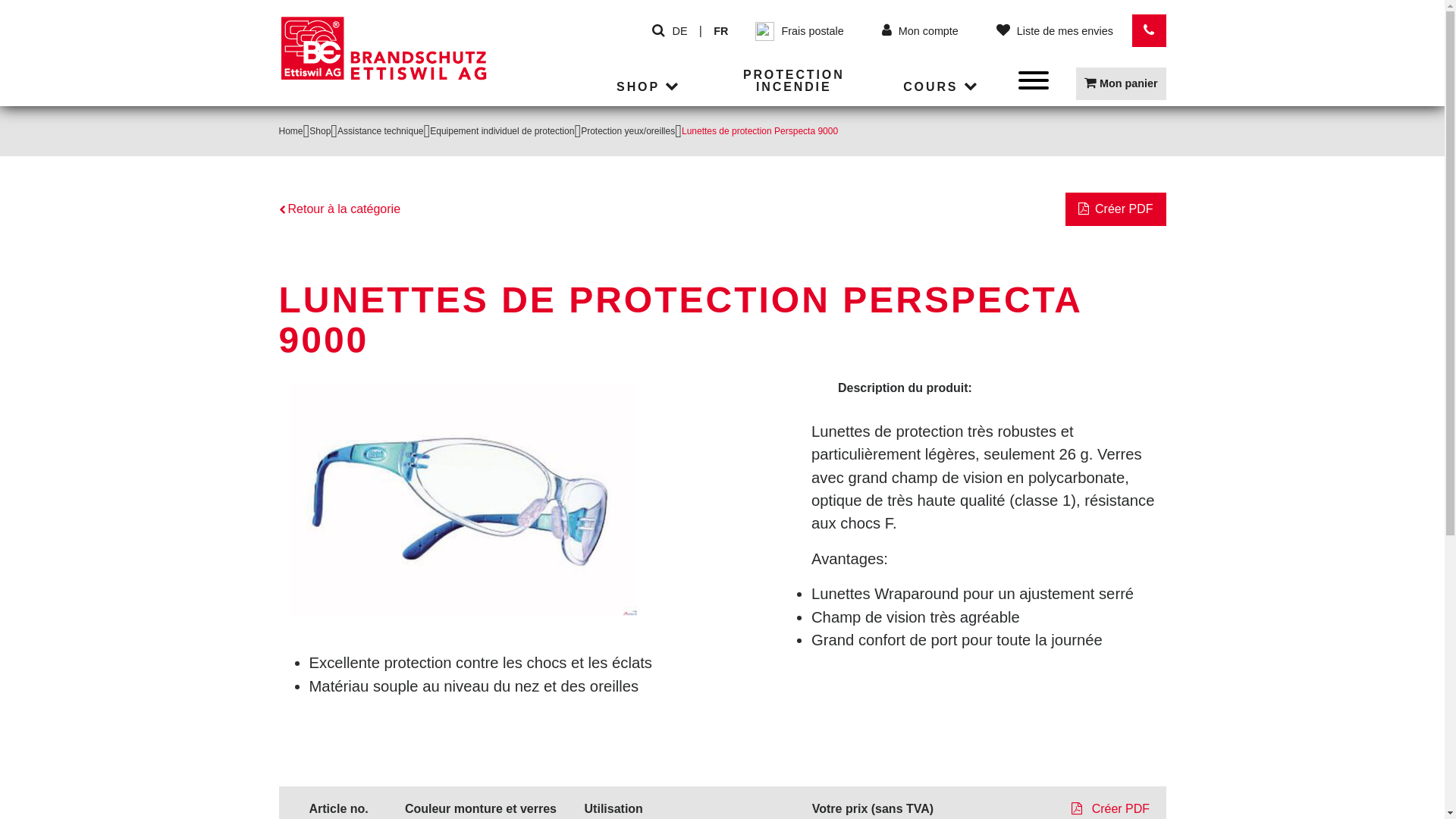  Describe the element at coordinates (319, 130) in the screenshot. I see `'Shop'` at that location.